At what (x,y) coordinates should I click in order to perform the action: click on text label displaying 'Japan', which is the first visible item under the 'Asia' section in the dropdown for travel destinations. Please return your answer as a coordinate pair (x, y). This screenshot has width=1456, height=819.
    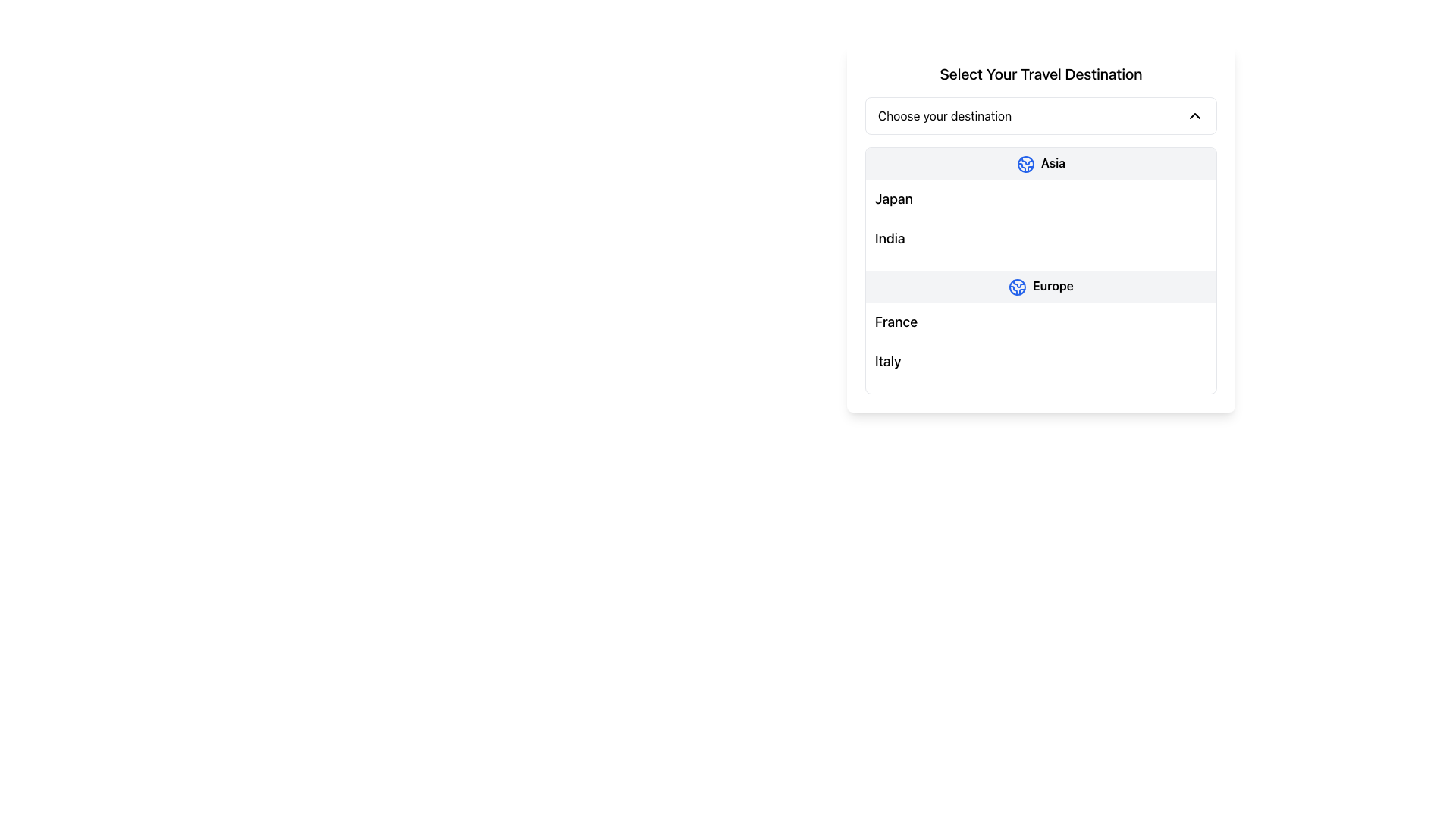
    Looking at the image, I should click on (893, 198).